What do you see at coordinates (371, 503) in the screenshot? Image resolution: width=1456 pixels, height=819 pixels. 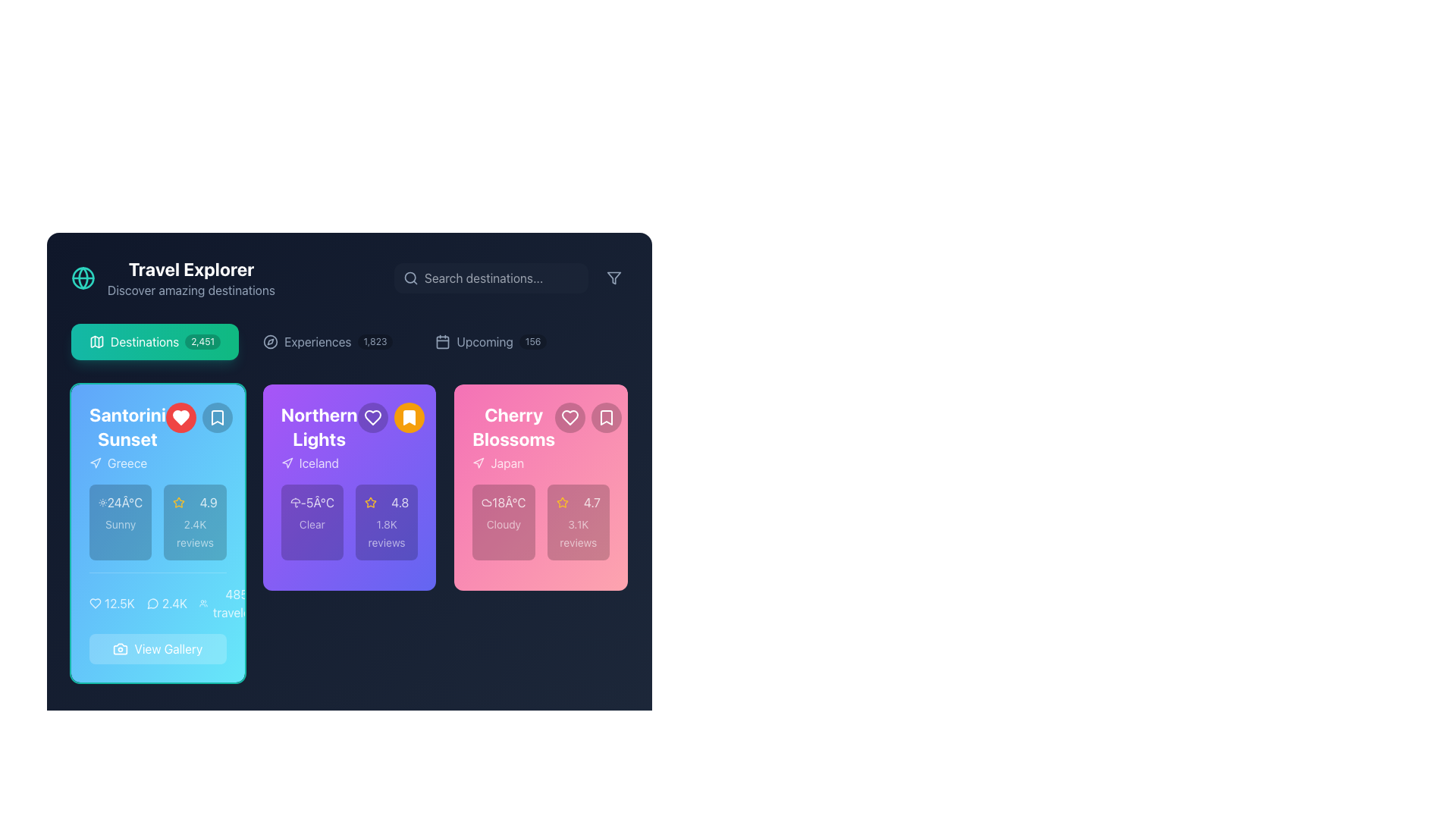 I see `the star-shaped icon with a golden yellow fill` at bounding box center [371, 503].